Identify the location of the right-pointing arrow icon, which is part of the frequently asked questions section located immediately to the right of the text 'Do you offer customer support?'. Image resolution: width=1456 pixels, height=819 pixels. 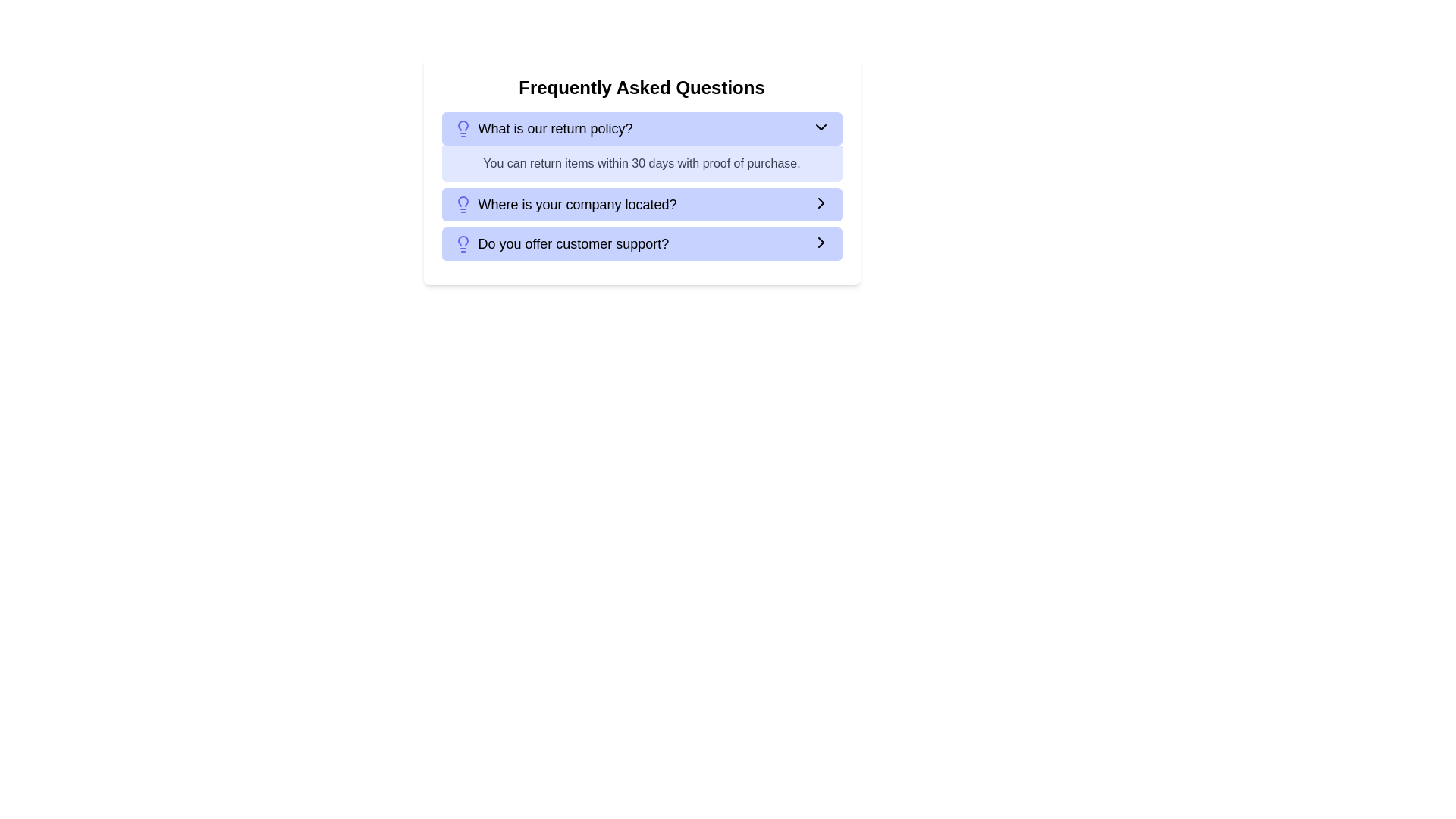
(820, 242).